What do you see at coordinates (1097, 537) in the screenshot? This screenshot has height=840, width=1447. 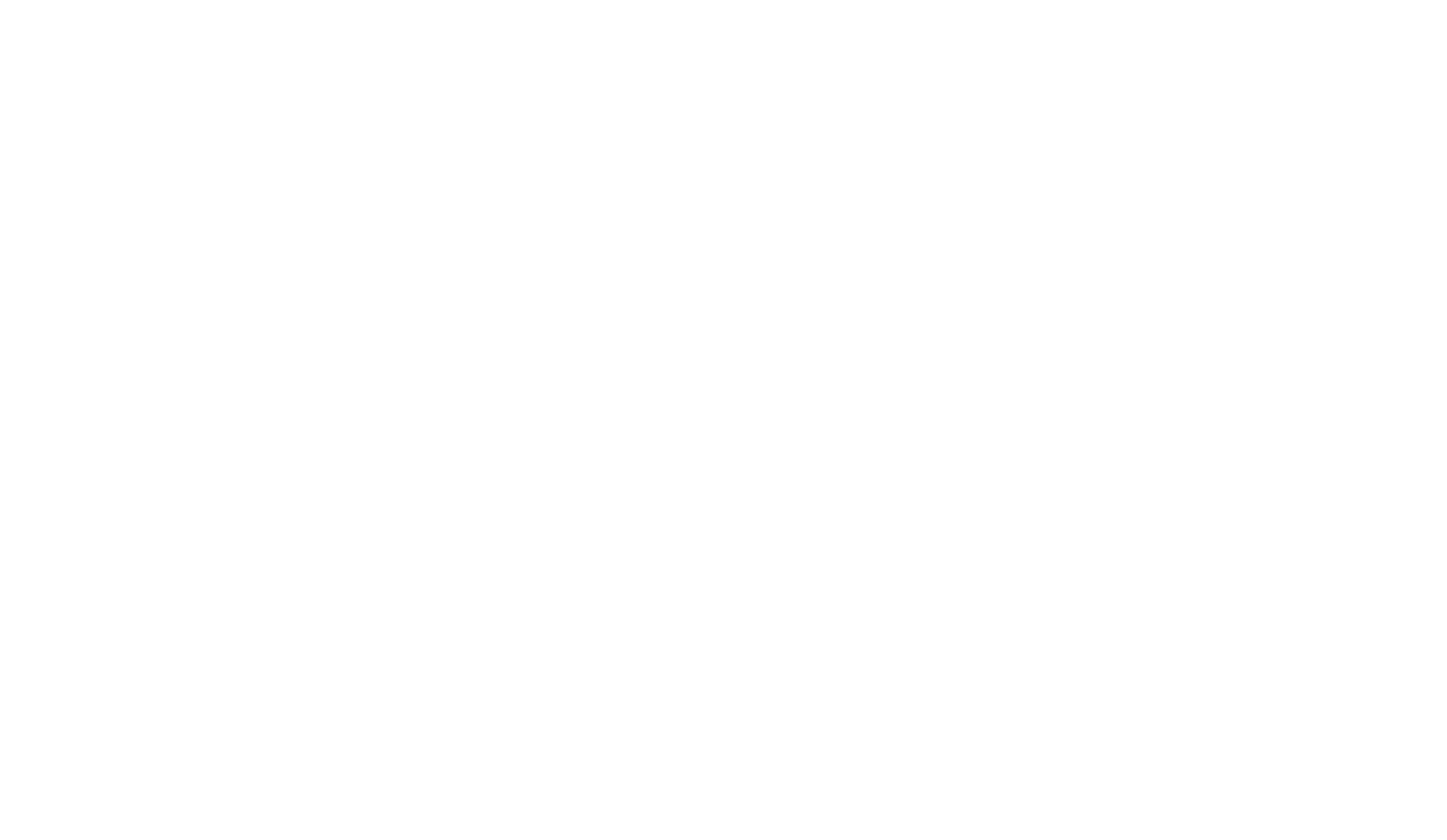 I see `'Spotted par Martita'` at bounding box center [1097, 537].